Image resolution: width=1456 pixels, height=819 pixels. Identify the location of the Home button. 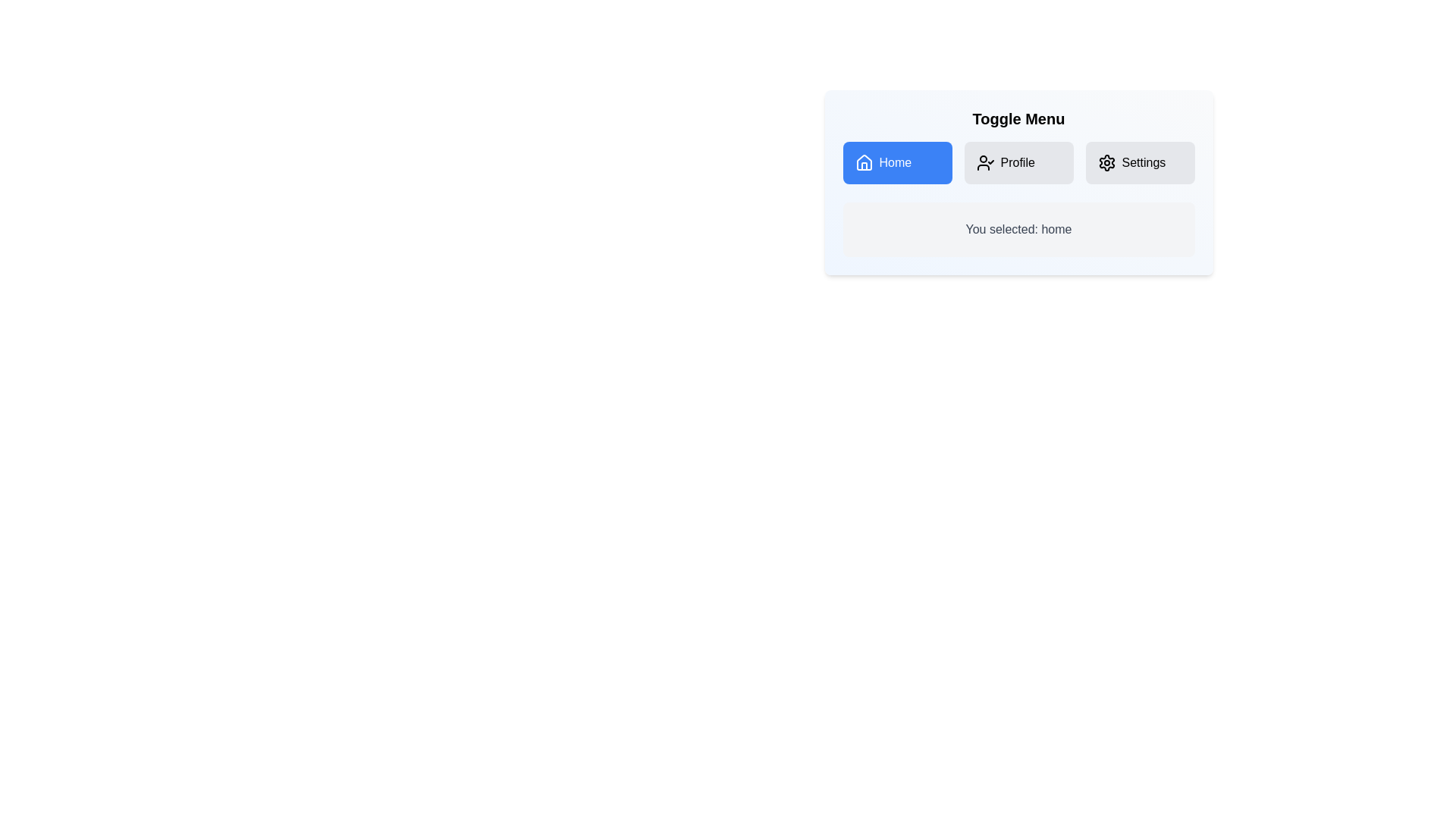
(897, 163).